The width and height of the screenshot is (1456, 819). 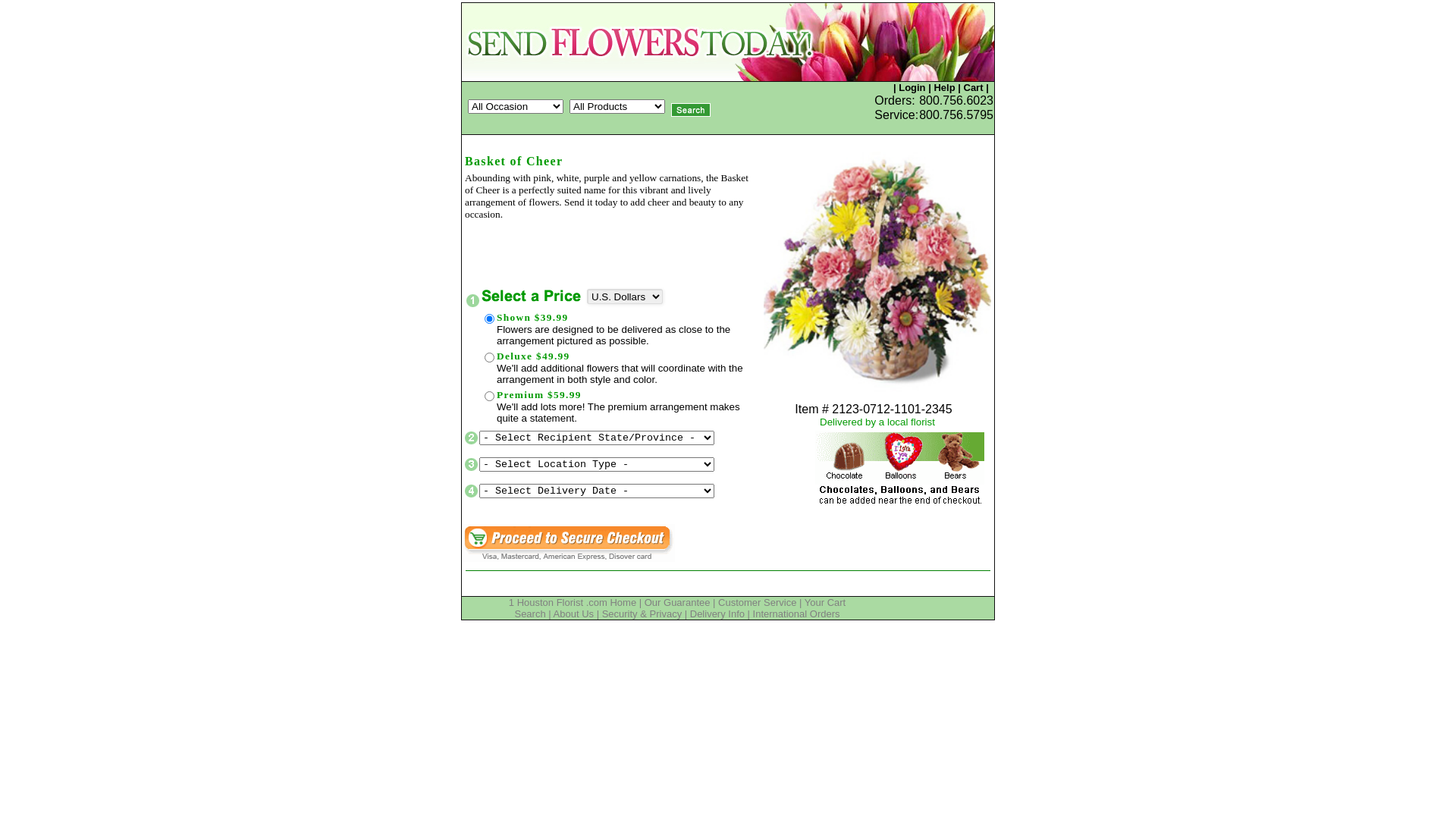 What do you see at coordinates (676, 601) in the screenshot?
I see `'Our Guarantee'` at bounding box center [676, 601].